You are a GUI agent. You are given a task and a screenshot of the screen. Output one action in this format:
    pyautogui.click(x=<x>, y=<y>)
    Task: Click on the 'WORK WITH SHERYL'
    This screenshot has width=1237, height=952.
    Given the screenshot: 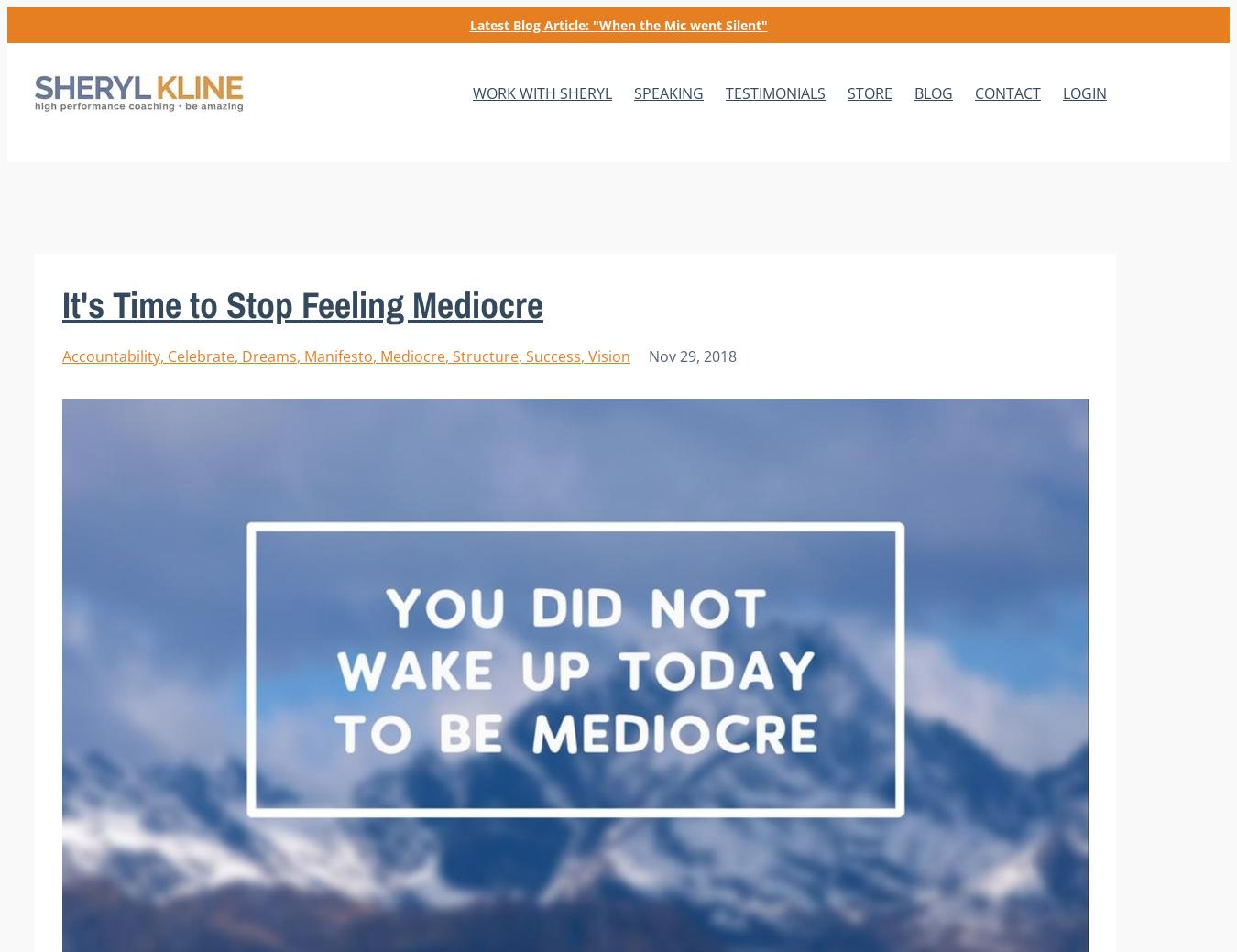 What is the action you would take?
    pyautogui.click(x=542, y=93)
    